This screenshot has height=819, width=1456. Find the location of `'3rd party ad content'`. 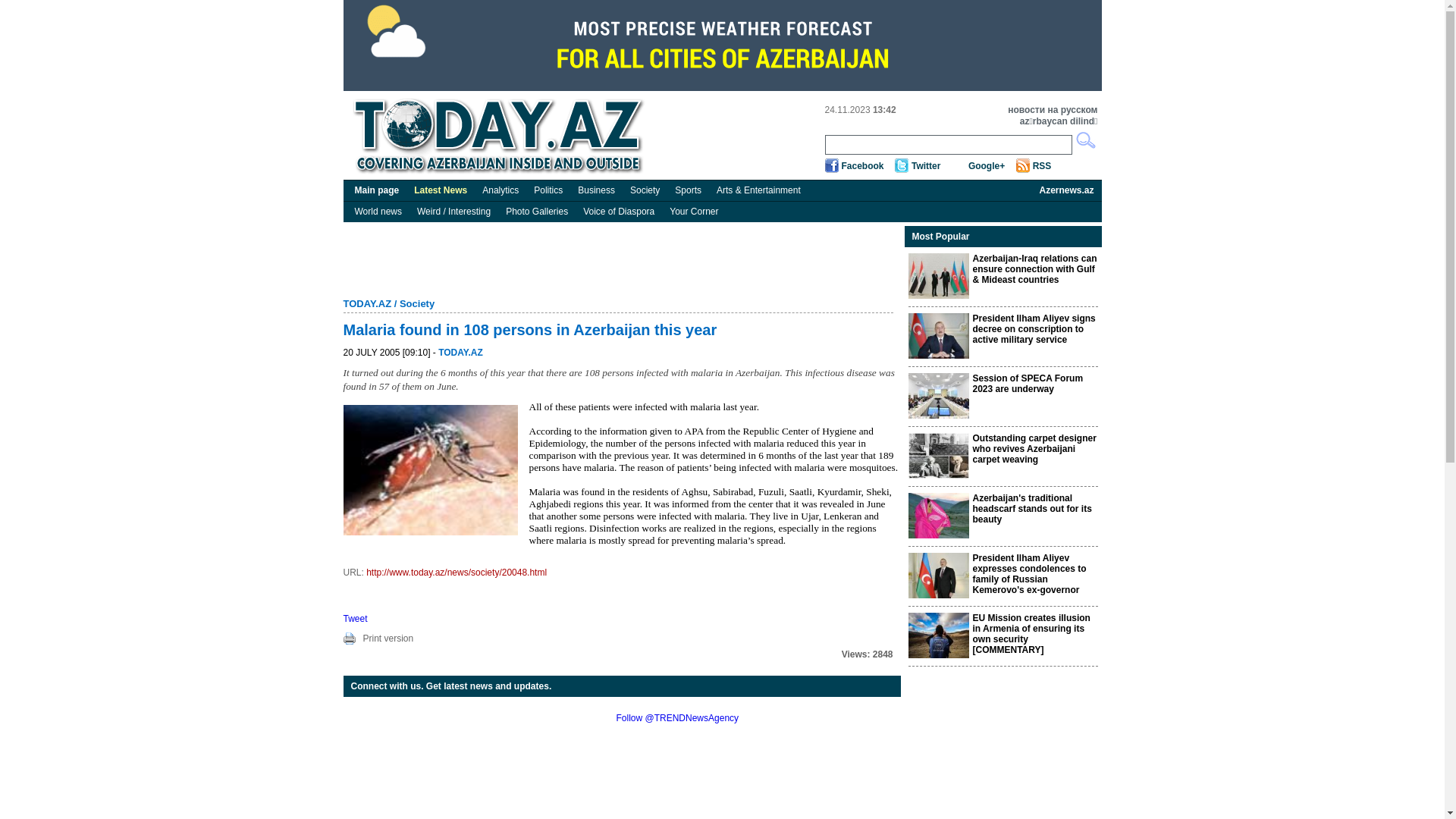

'3rd party ad content' is located at coordinates (720, 45).